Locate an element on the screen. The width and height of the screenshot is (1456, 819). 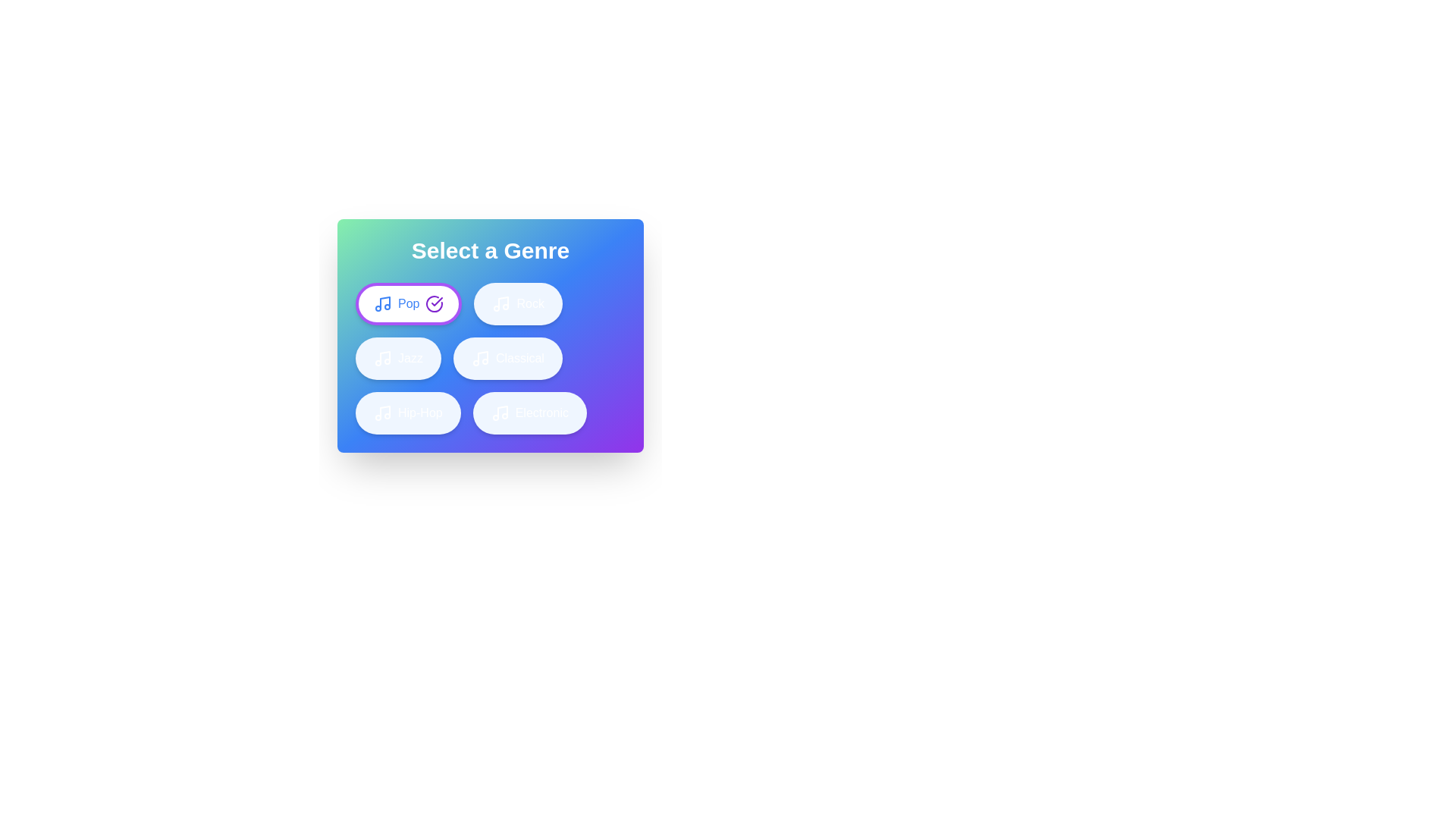
the 'Classical' genre selection button located in the second row and third column of the 'Select a Genre' section, directly below the 'Rock' button and to the right of the 'Jazz' button is located at coordinates (507, 359).